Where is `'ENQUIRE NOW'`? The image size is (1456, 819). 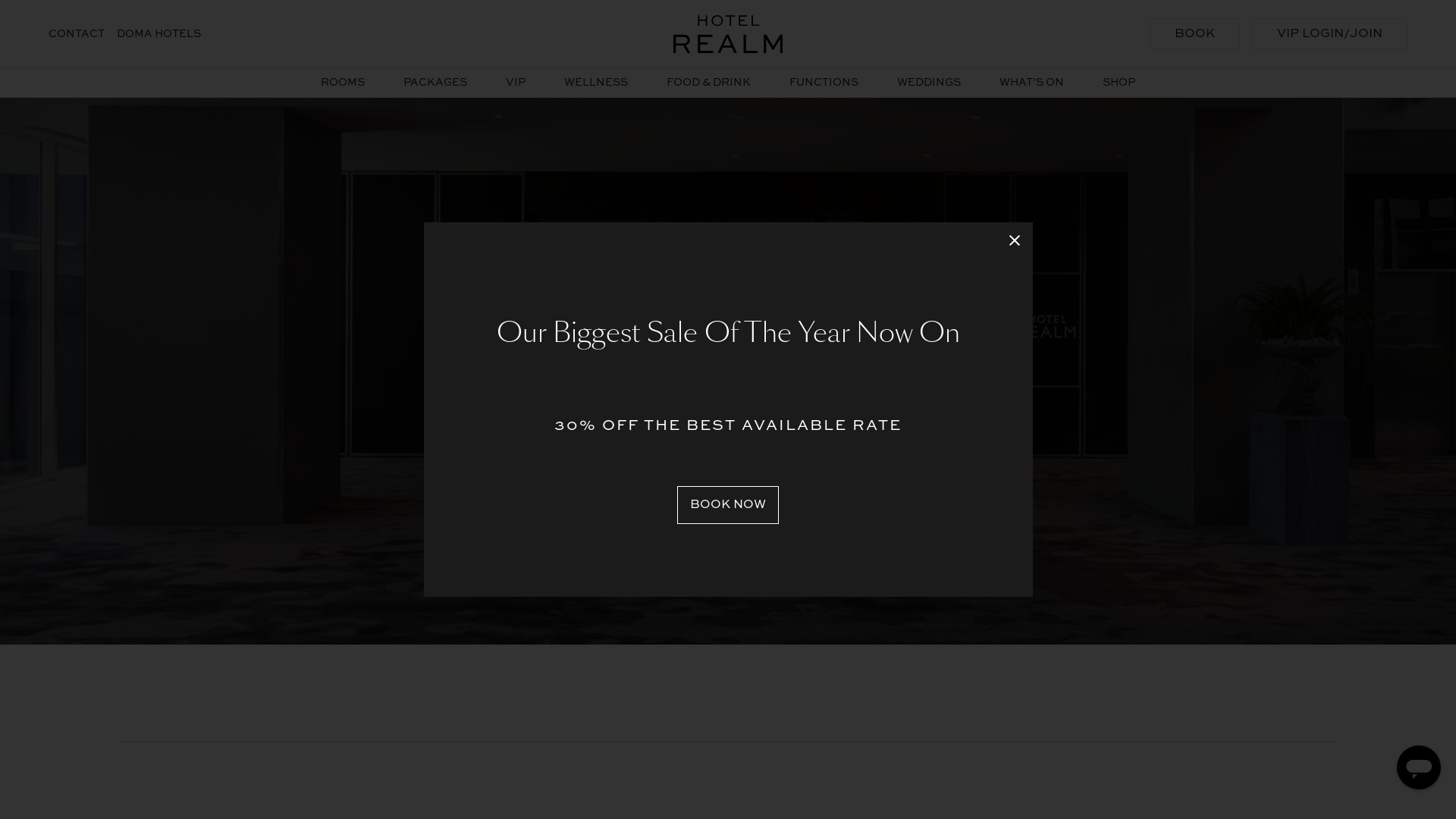
'ENQUIRE NOW' is located at coordinates (728, 458).